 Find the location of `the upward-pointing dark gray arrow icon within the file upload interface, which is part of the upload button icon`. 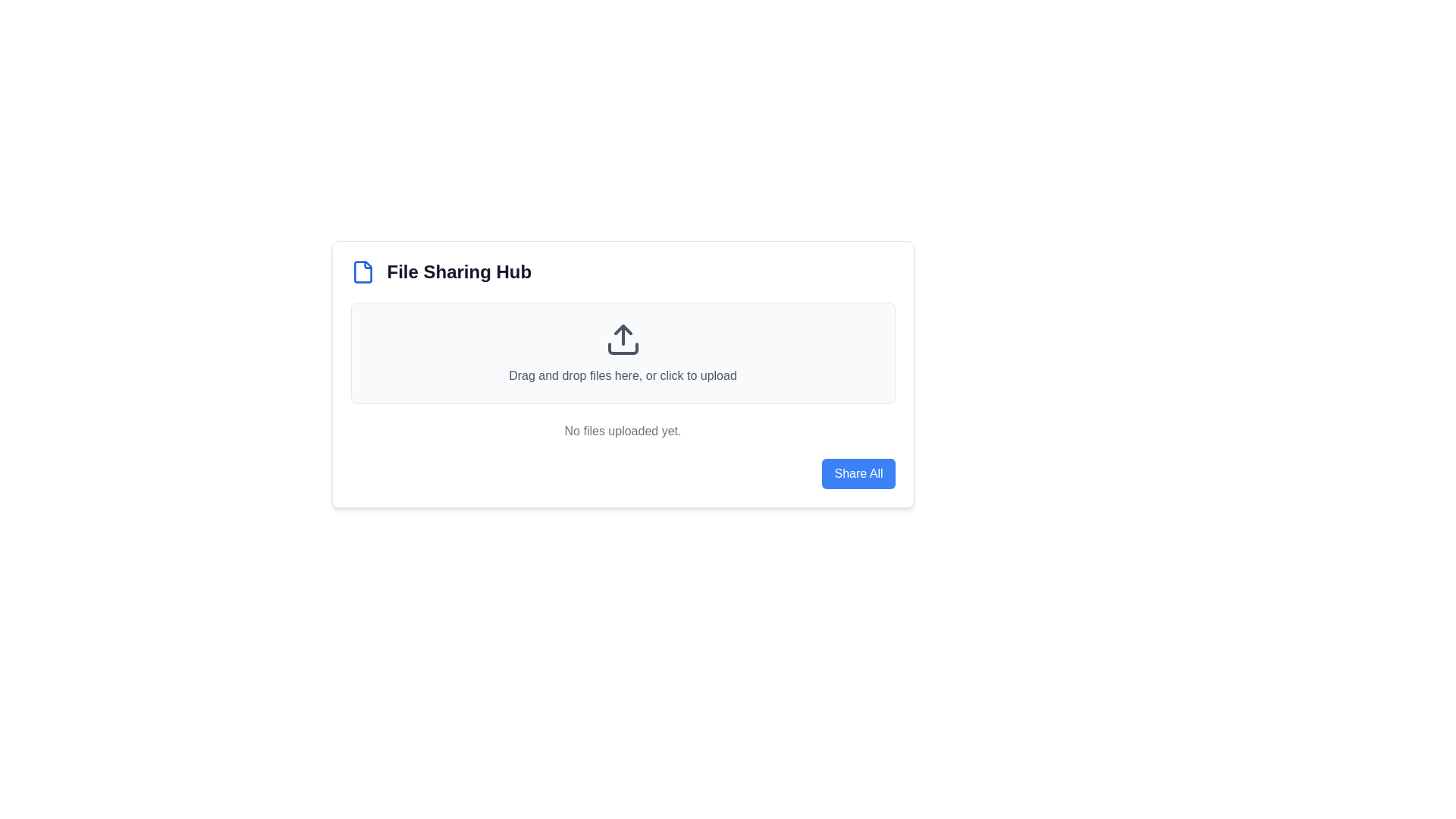

the upward-pointing dark gray arrow icon within the file upload interface, which is part of the upload button icon is located at coordinates (623, 329).